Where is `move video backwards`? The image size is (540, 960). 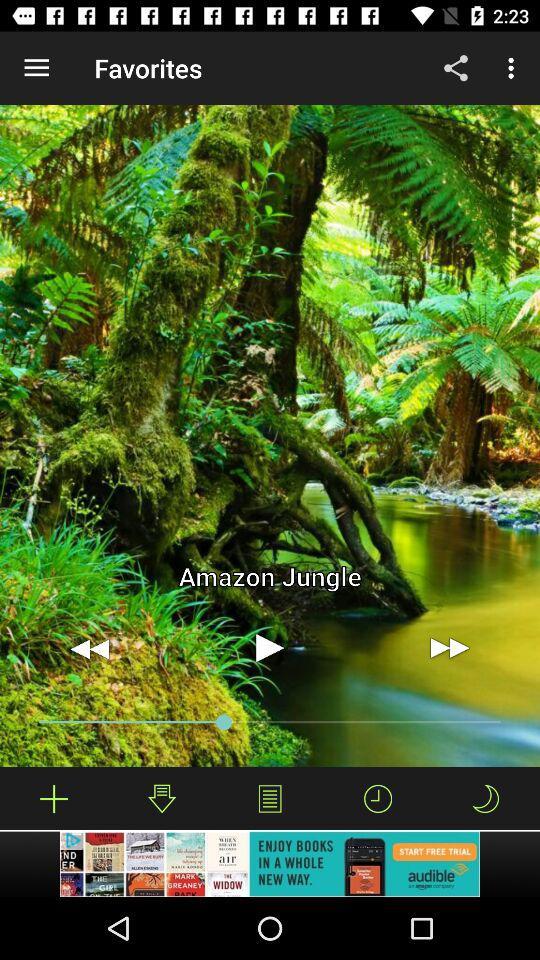 move video backwards is located at coordinates (89, 647).